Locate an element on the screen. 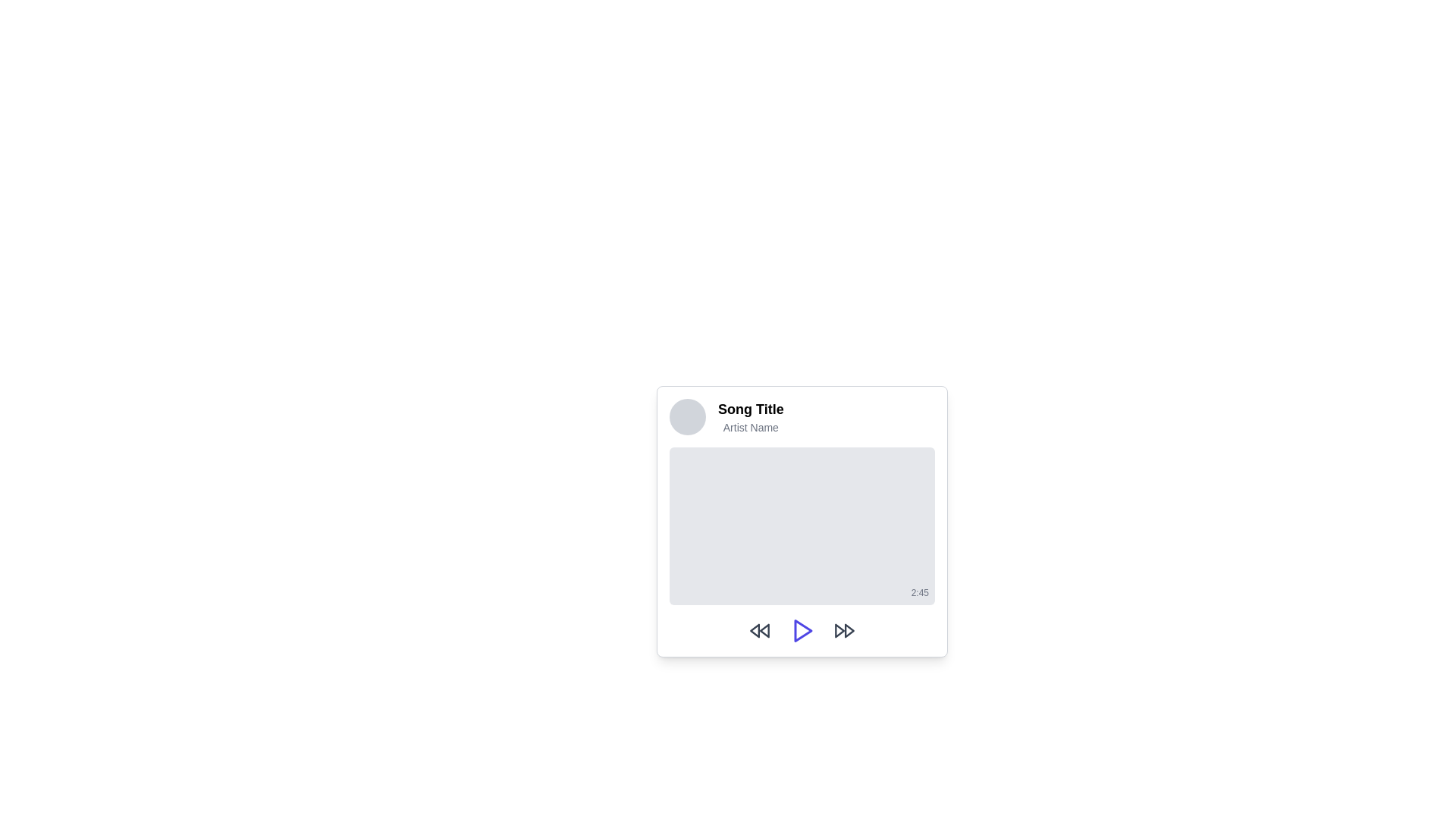 The height and width of the screenshot is (819, 1456). the Text display element that shows the song title in bold and larger font, followed by the artist name in smaller gray text, located in the header area of the media player interface is located at coordinates (751, 417).